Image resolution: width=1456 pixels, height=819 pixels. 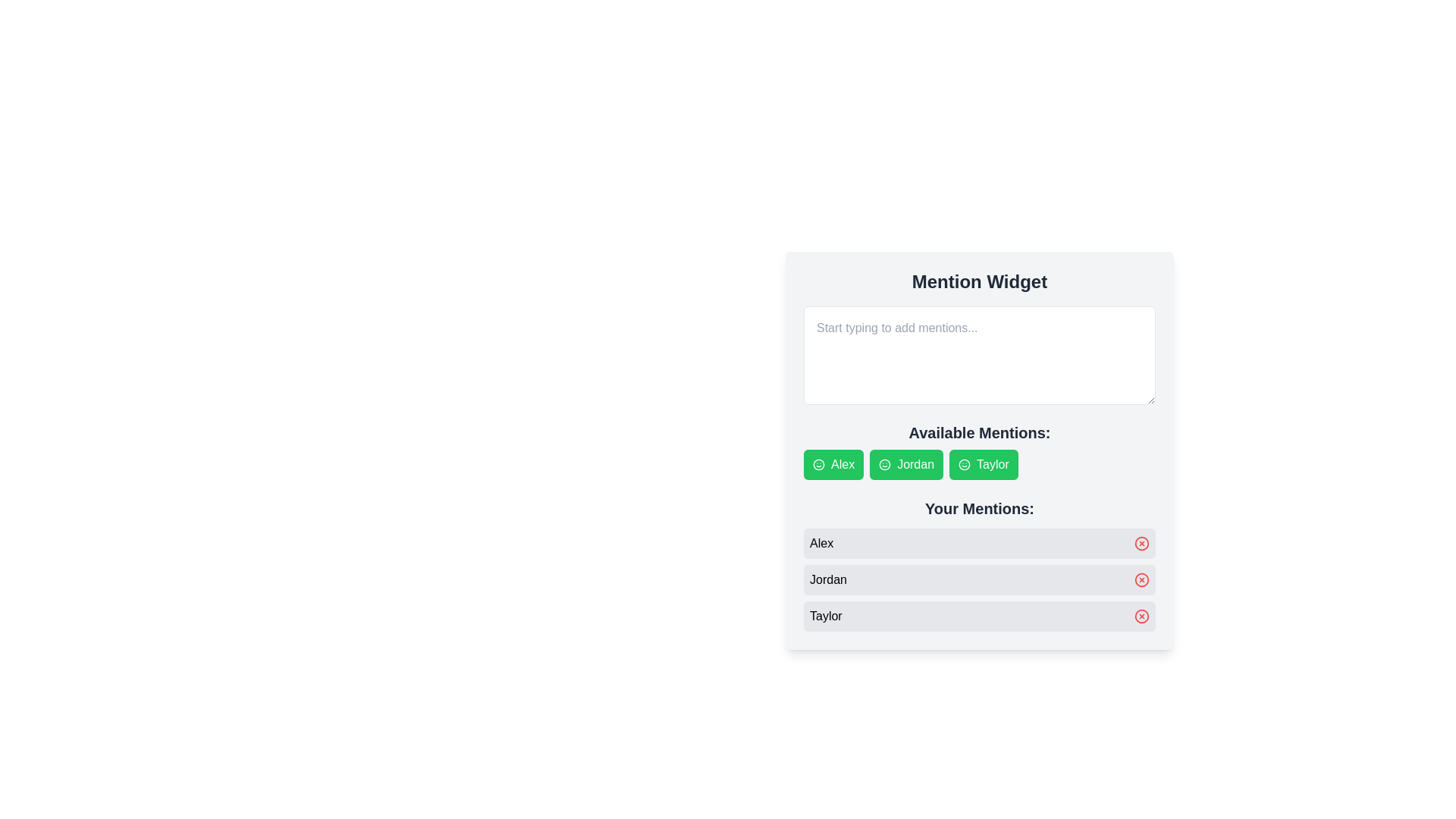 I want to click on the third green button under the 'Available Mentions' header, so click(x=979, y=450).